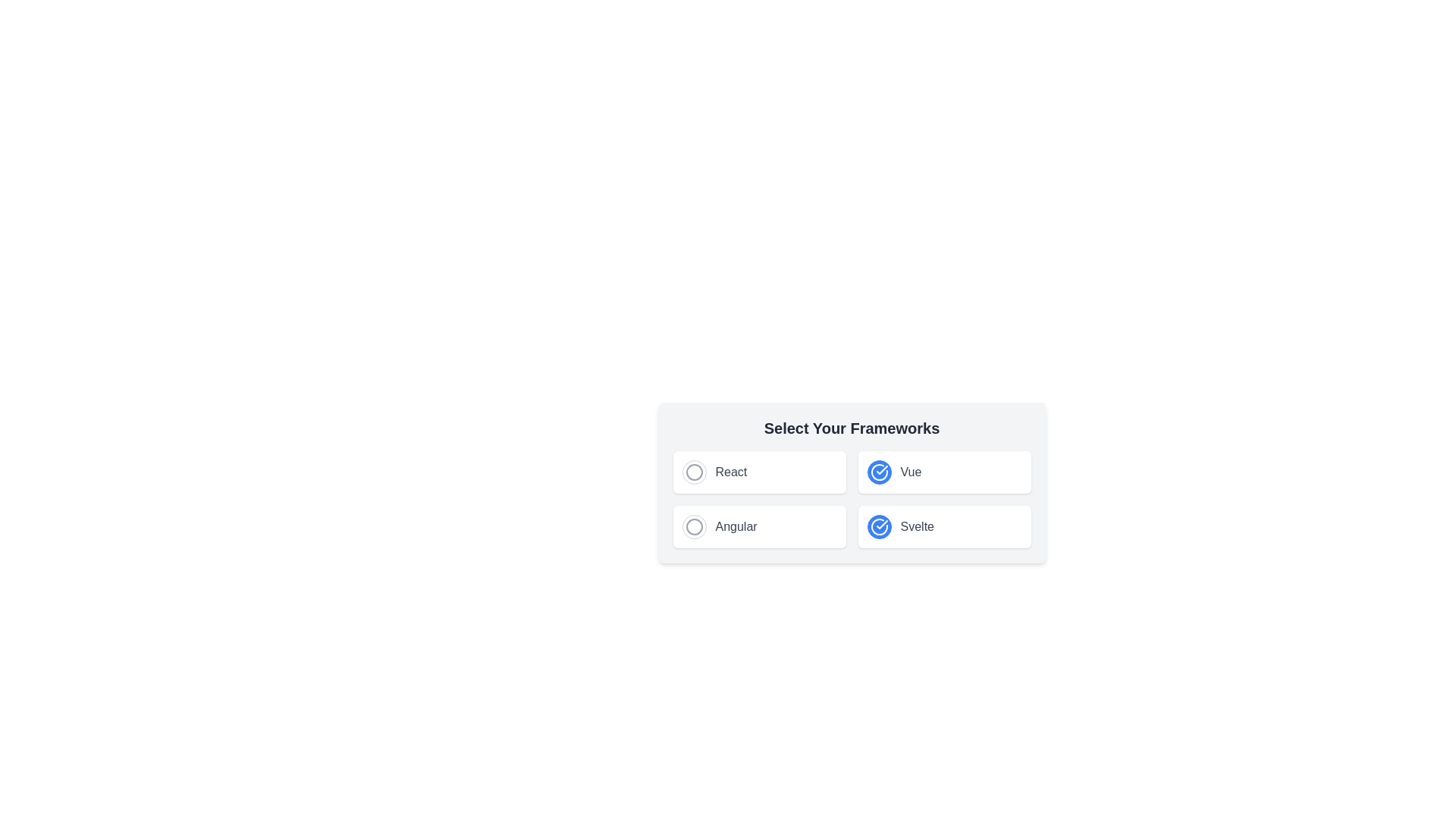 The width and height of the screenshot is (1456, 819). Describe the element at coordinates (879, 526) in the screenshot. I see `the circular button with a blue background and a white checkmark icon labeled 'Svelte'` at that location.